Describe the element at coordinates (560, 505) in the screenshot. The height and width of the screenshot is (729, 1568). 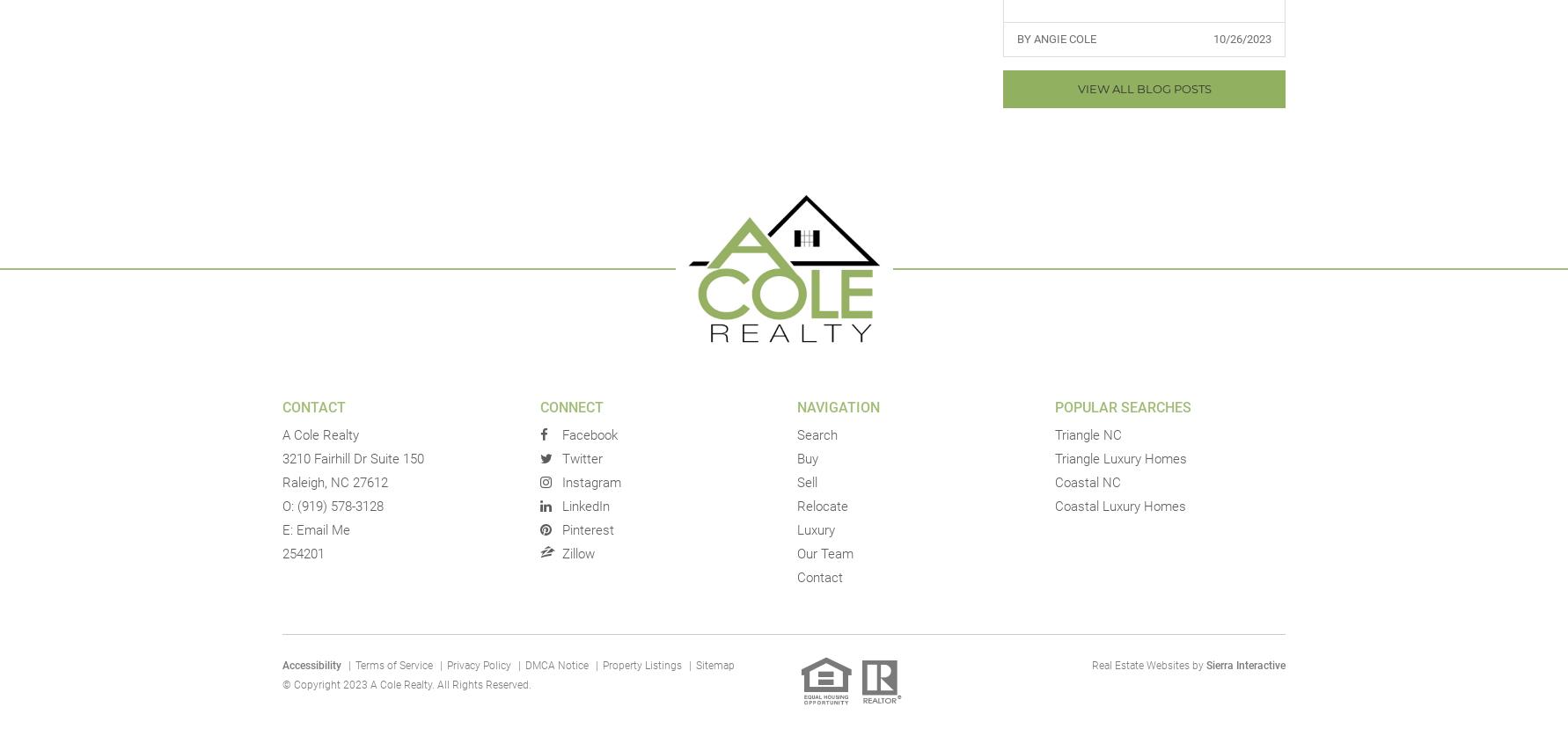
I see `'LinkedIn'` at that location.